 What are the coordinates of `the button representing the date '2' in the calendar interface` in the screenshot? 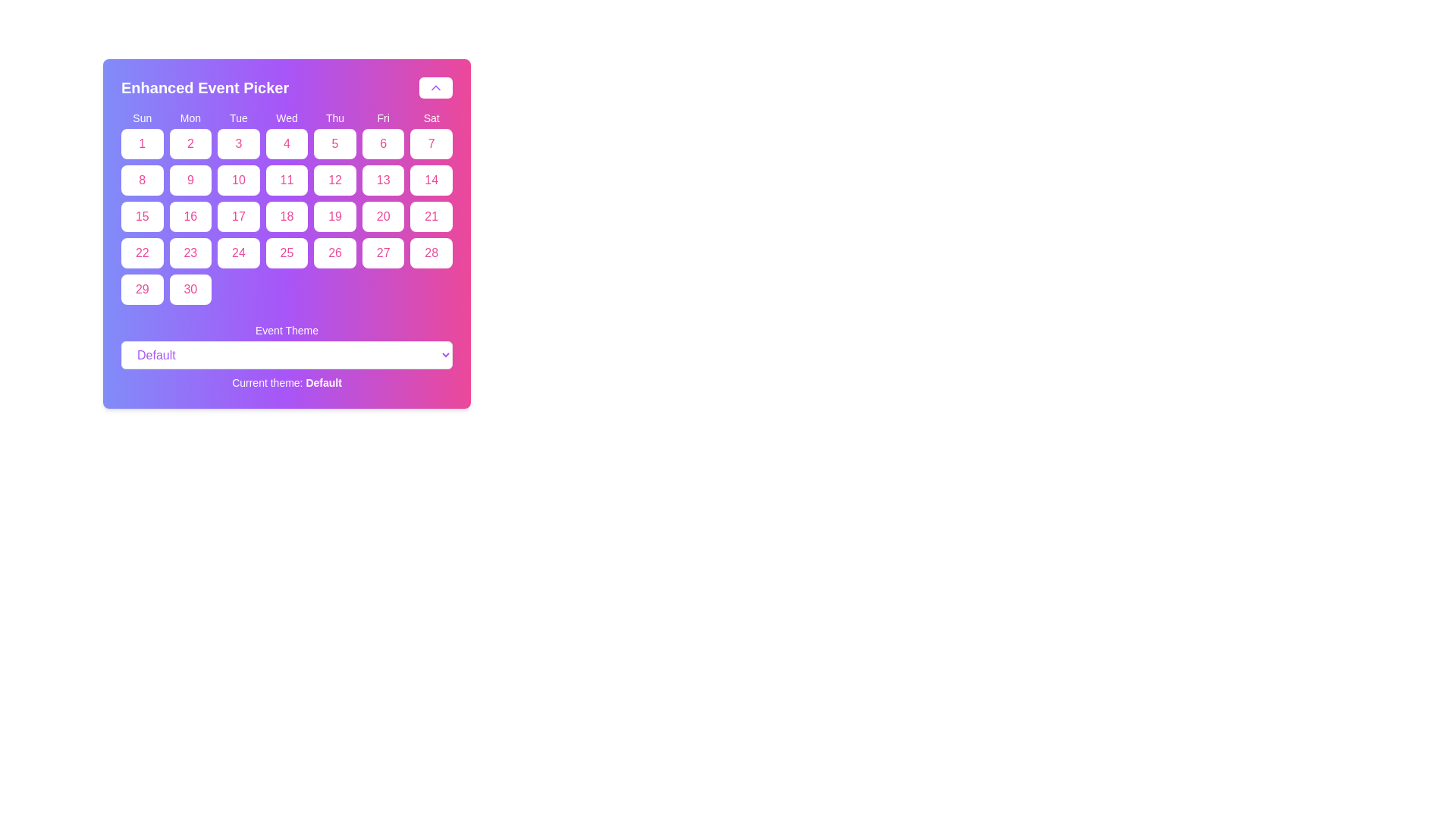 It's located at (190, 143).